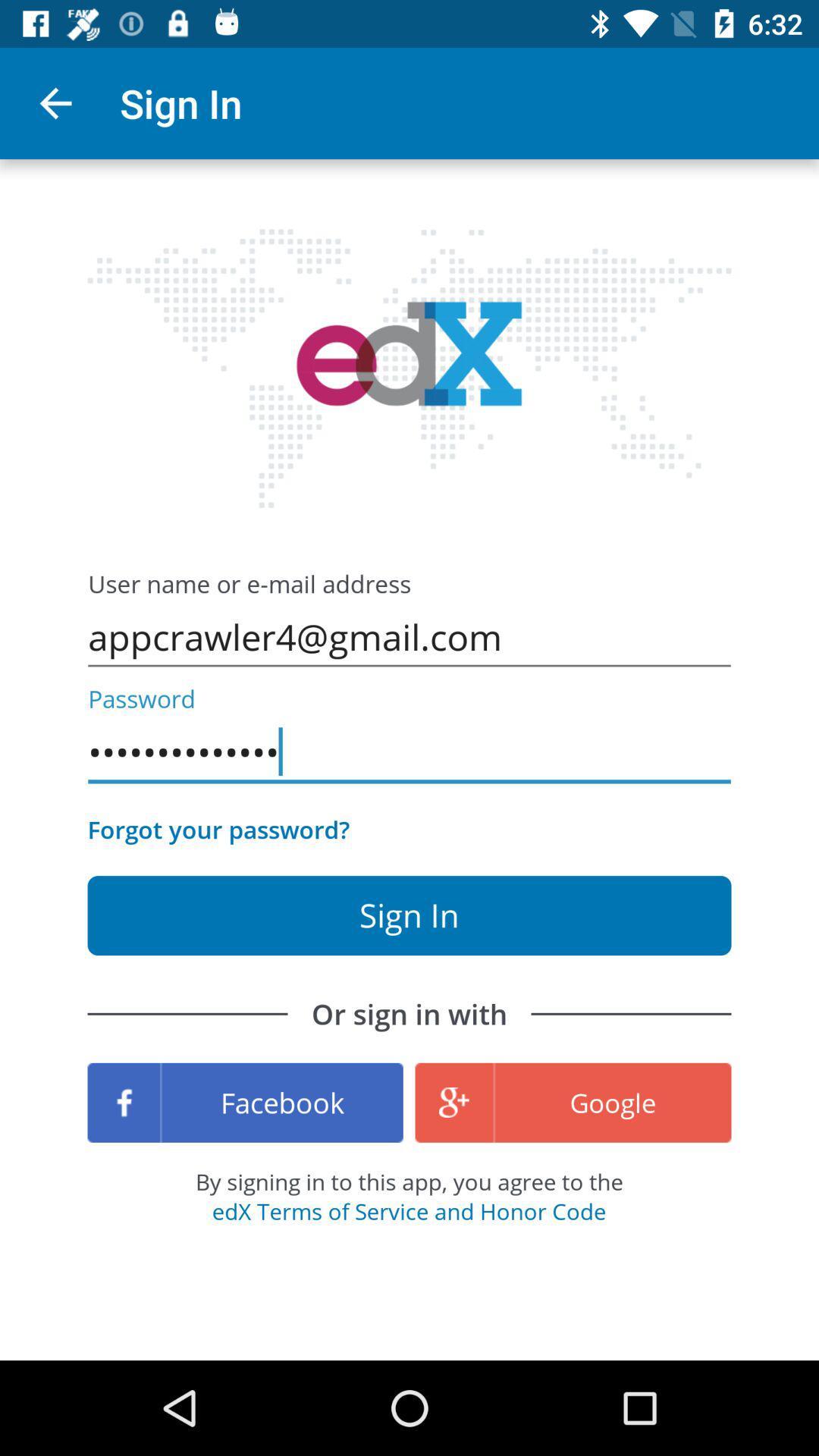  I want to click on the appcrawler4@gmail.com, so click(409, 637).